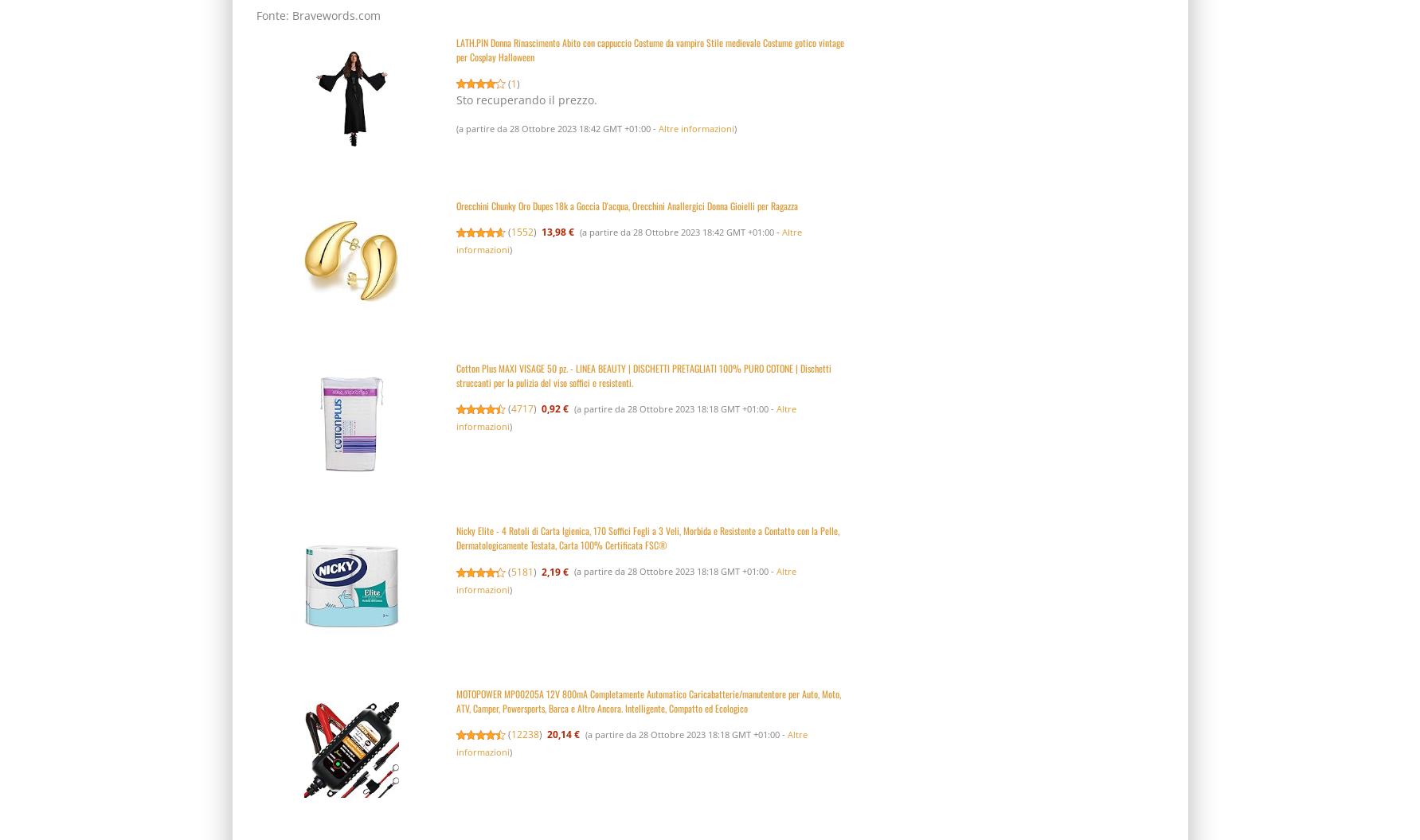  I want to click on '4717', so click(522, 408).